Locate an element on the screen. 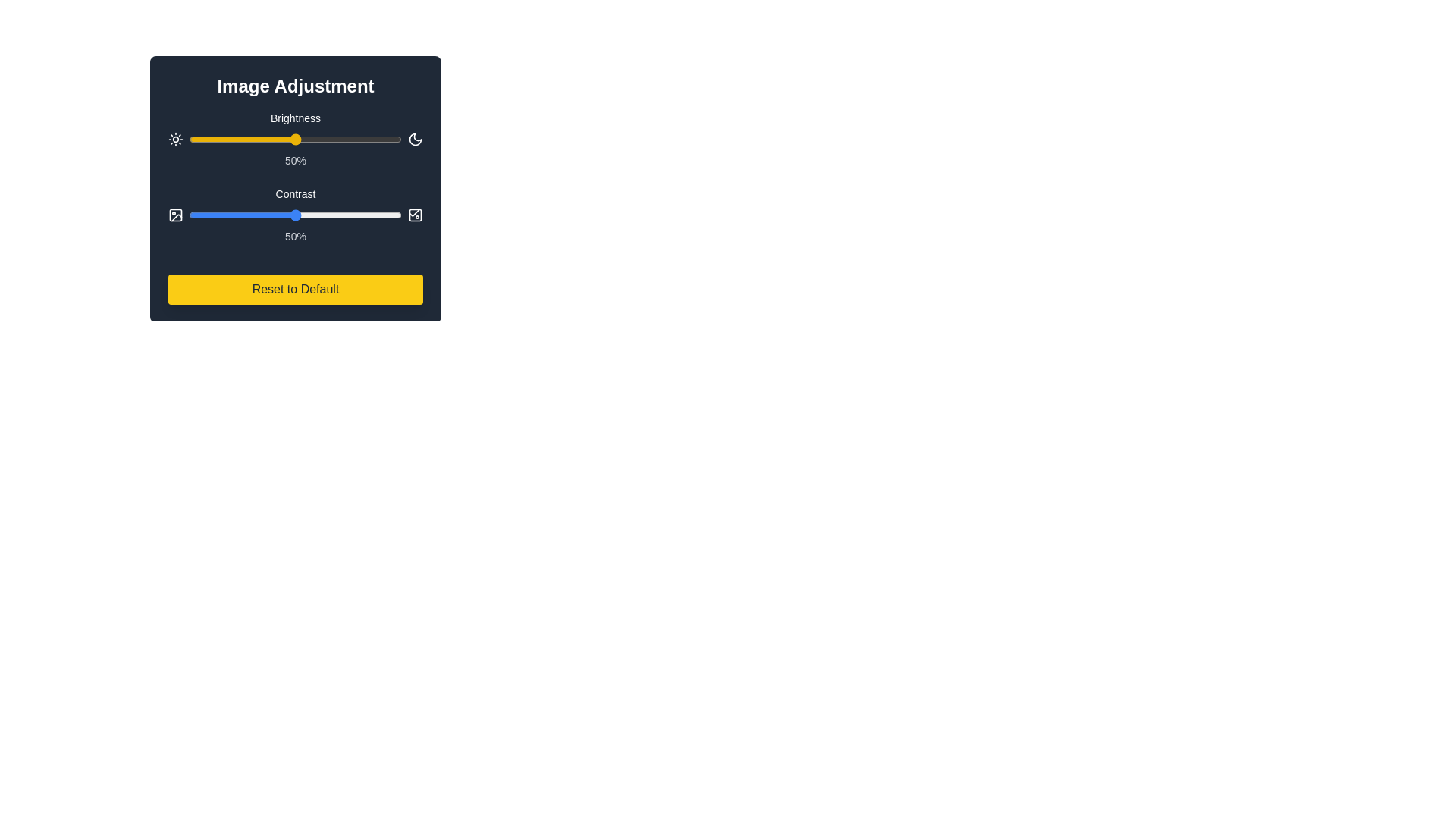  the brightness is located at coordinates (368, 140).